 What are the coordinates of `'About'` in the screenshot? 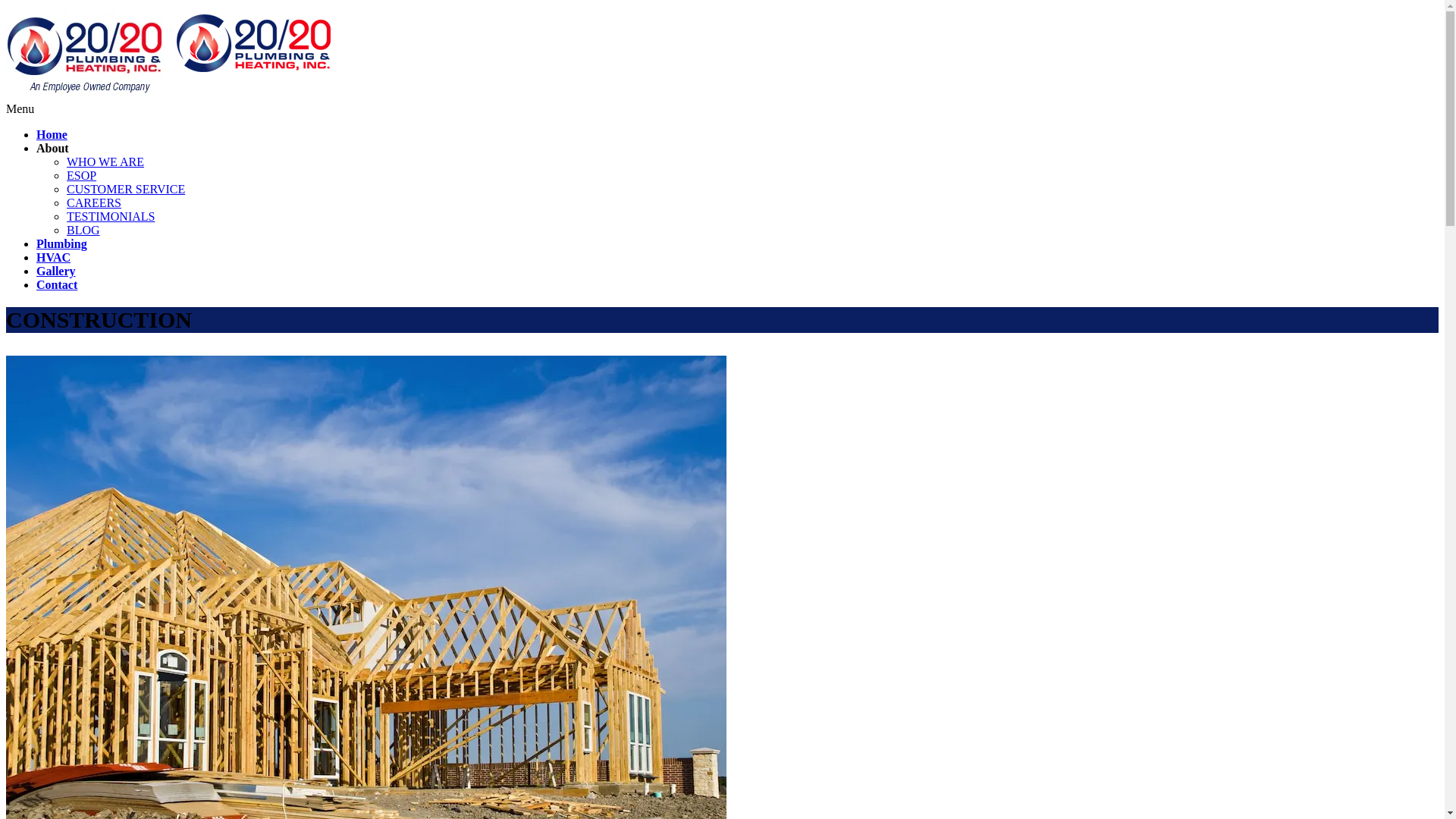 It's located at (52, 148).